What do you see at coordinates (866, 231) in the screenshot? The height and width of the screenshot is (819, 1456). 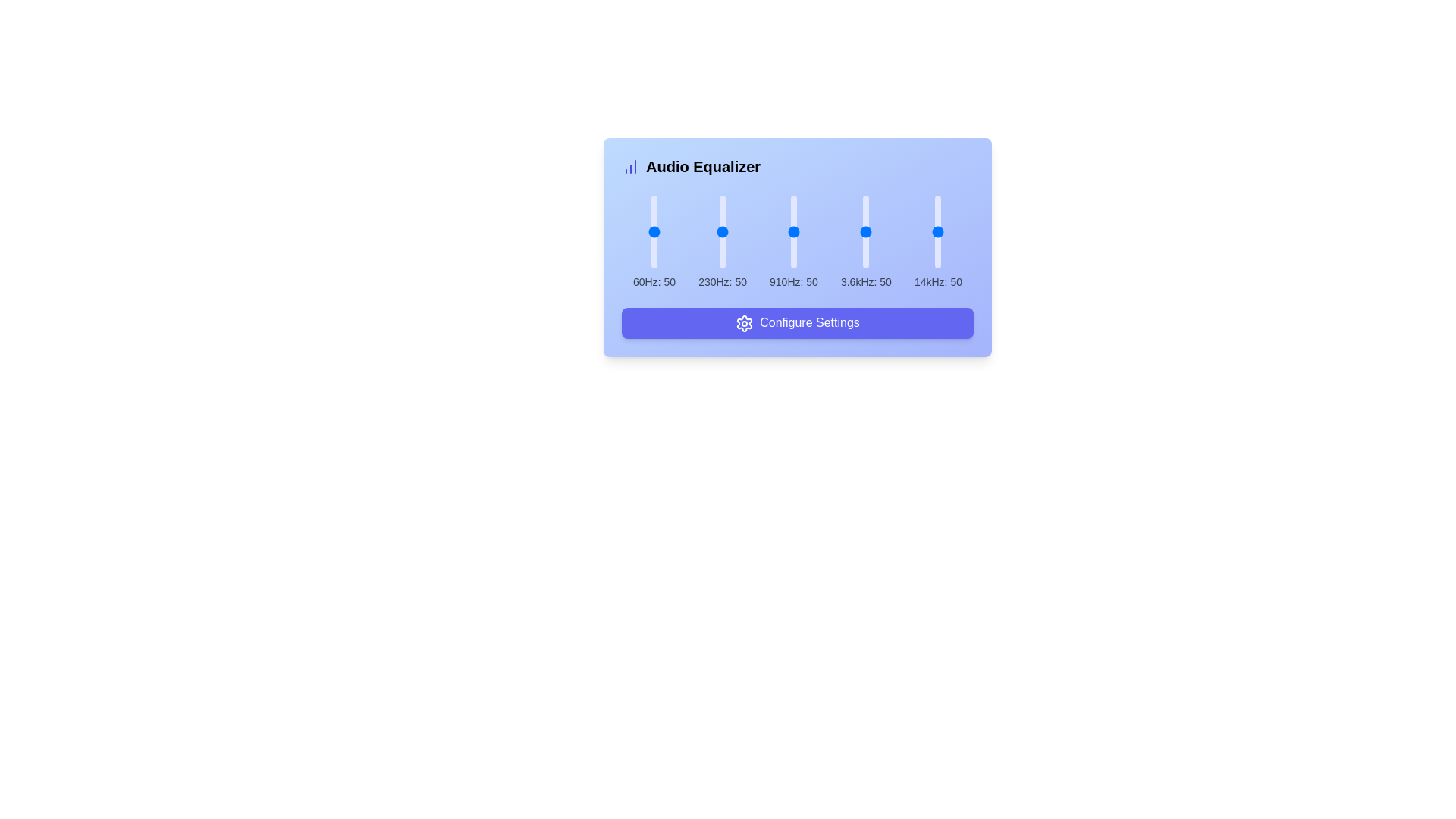 I see `the audio frequency adjustment slider for 3.6kHz, which is the fourth slider in the equalizer panel` at bounding box center [866, 231].